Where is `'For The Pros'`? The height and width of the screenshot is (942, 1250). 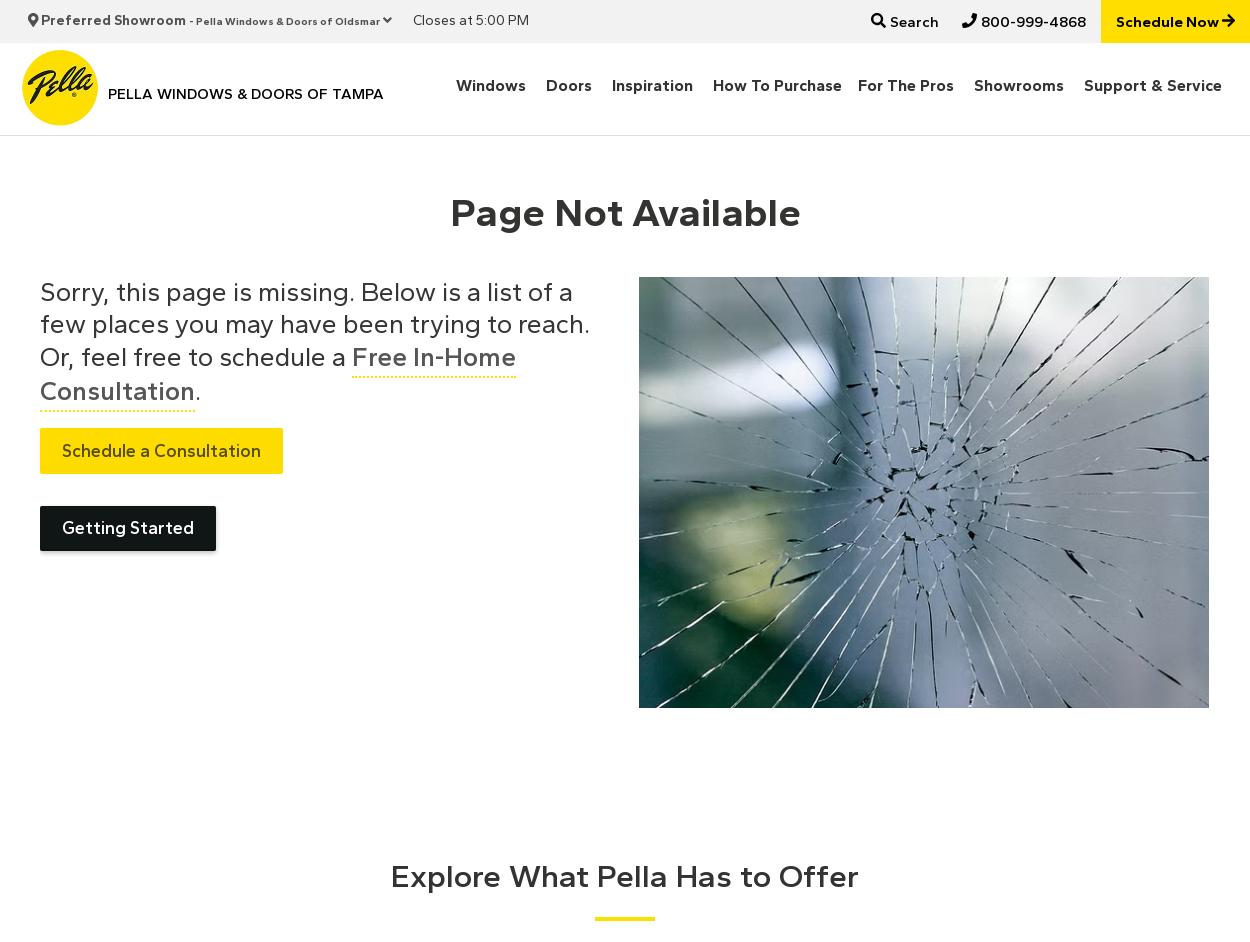 'For The Pros' is located at coordinates (906, 83).